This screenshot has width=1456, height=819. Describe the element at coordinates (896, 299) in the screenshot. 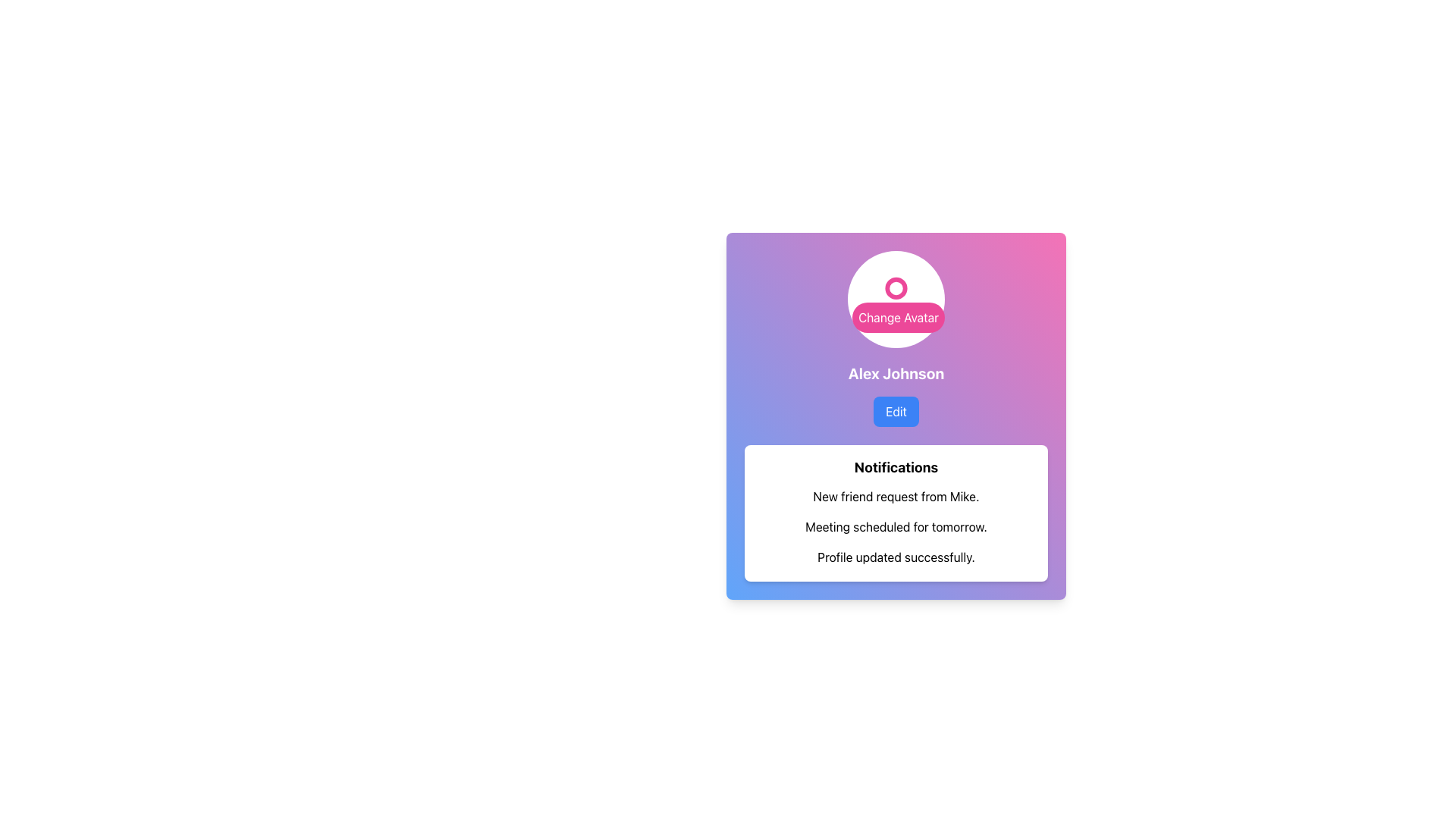

I see `the interactive visual area containing the circular avatar icon and 'Change Avatar' label` at that location.